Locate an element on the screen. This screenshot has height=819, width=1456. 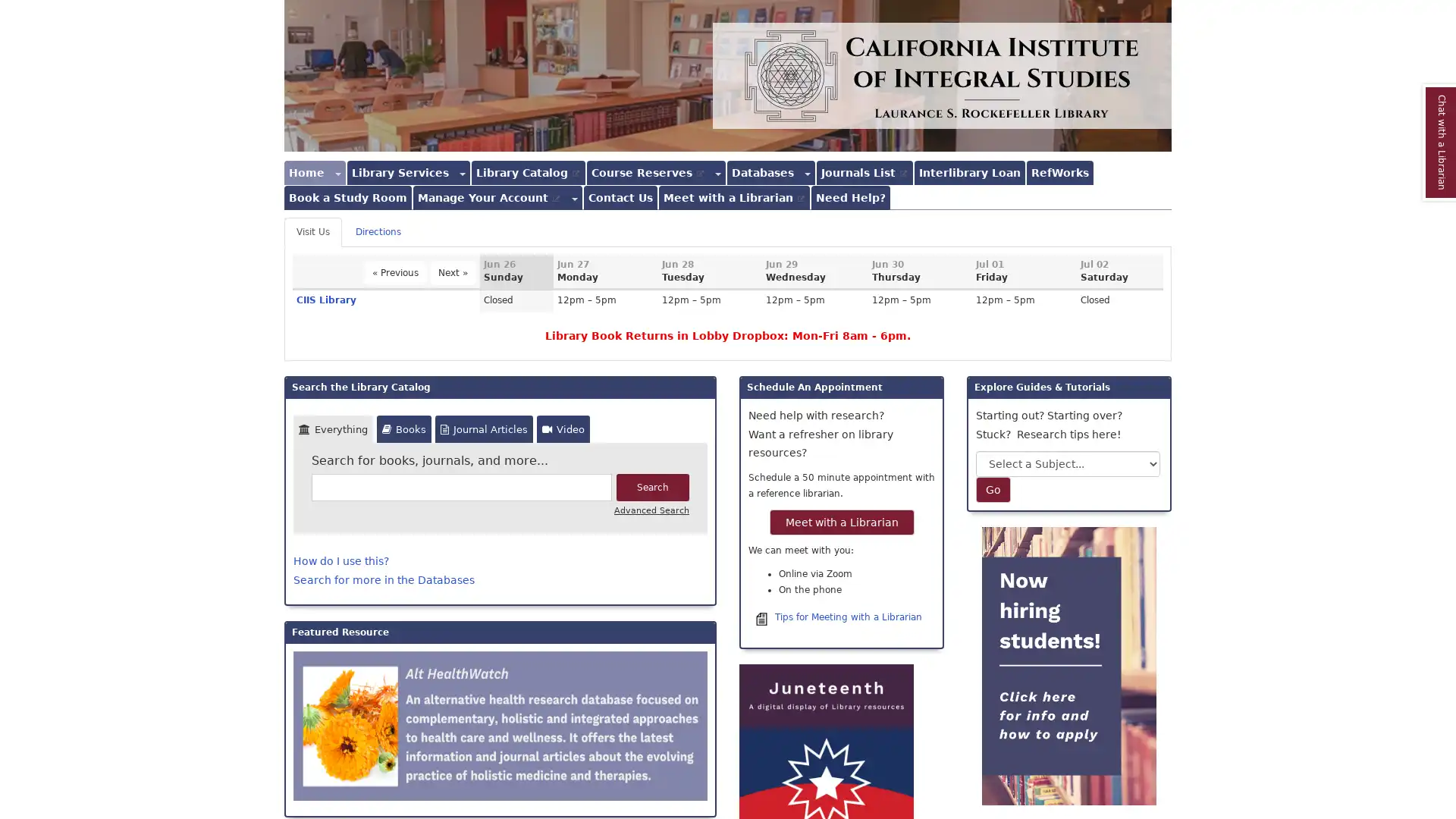
Search is located at coordinates (652, 488).